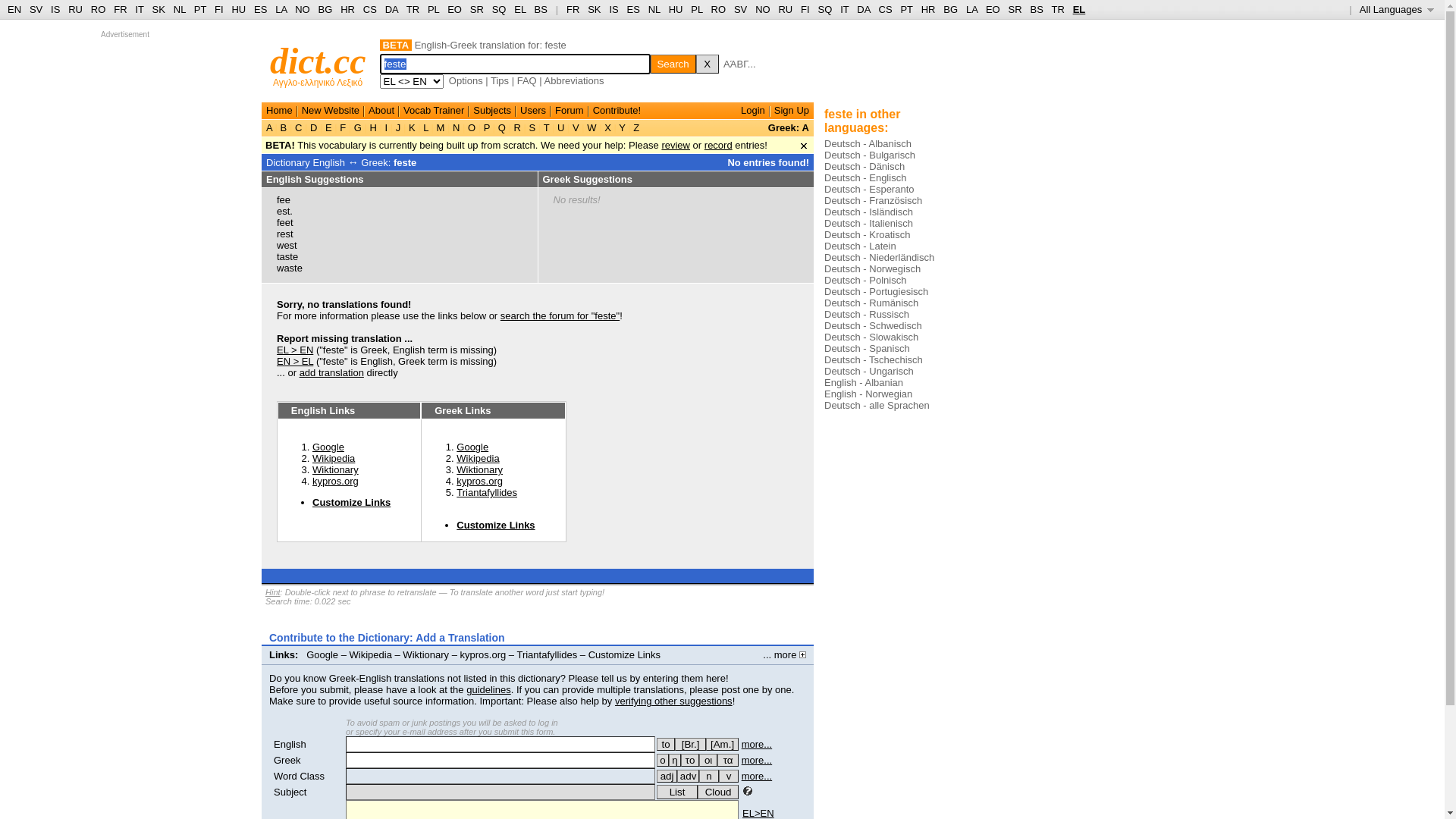 The height and width of the screenshot is (819, 1456). Describe the element at coordinates (869, 188) in the screenshot. I see `'Deutsch - Esperanto'` at that location.